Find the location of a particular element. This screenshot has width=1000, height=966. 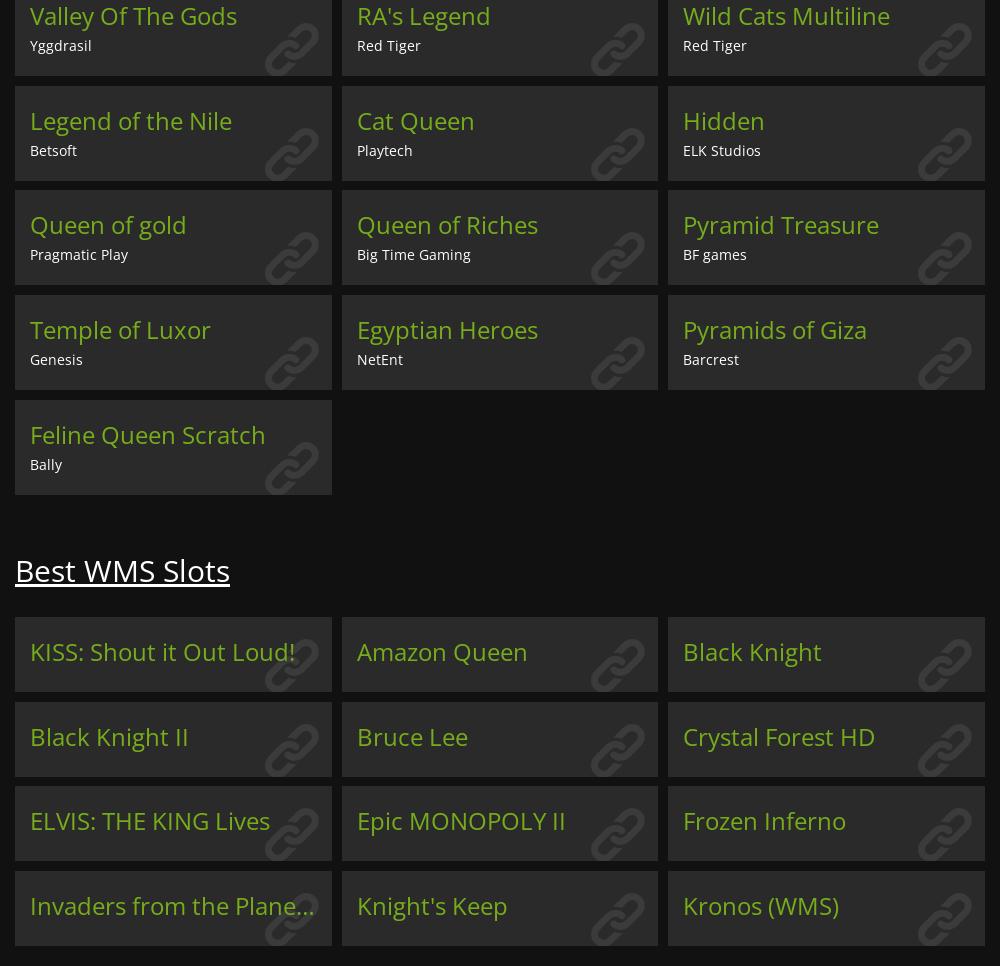

'Egyptian Heroes' is located at coordinates (445, 329).